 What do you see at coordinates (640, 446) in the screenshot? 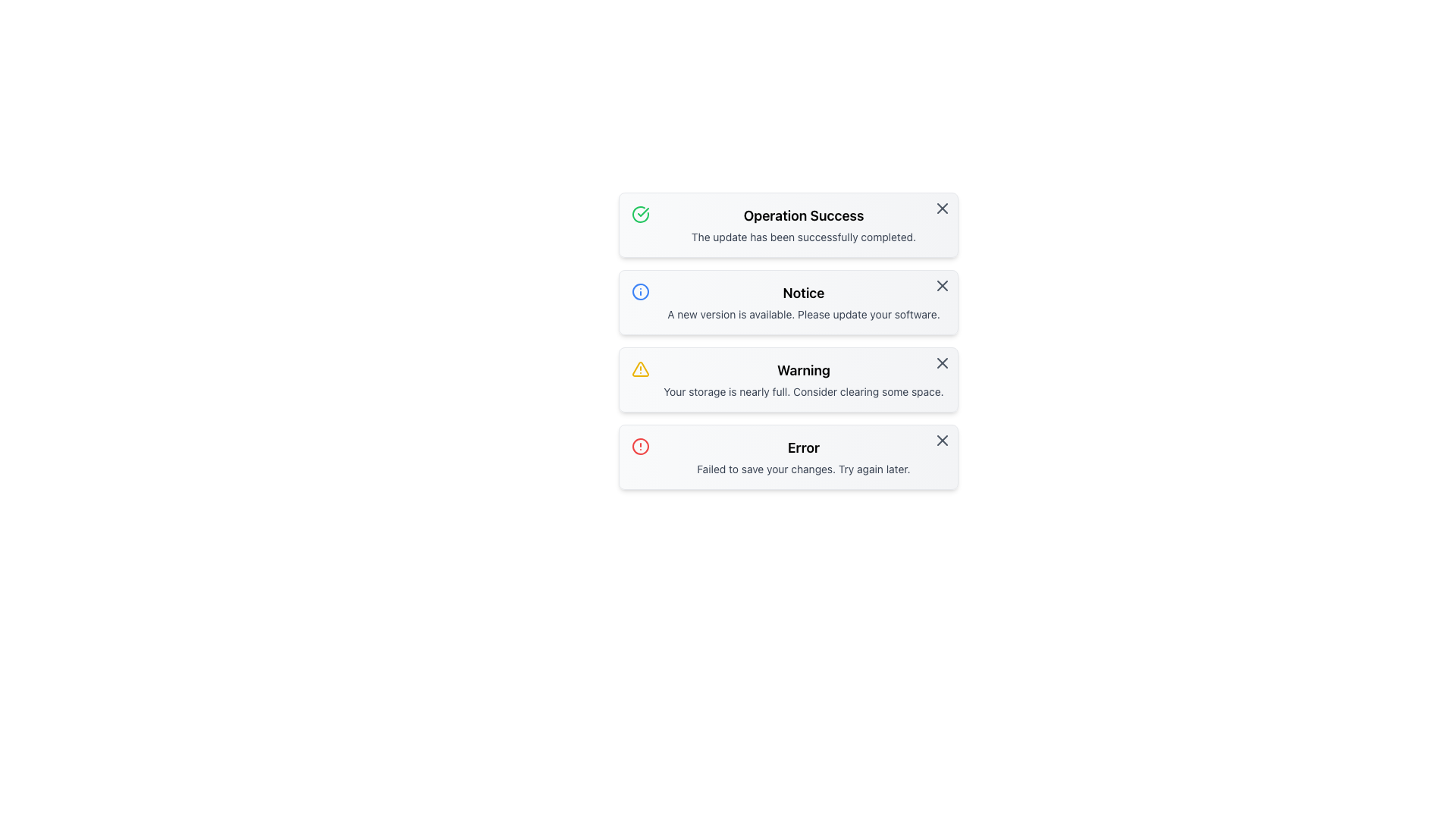
I see `the circular graphical element that signifies an error state within the error notification icon, located at the far left side adjacent to the text label 'Error'` at bounding box center [640, 446].